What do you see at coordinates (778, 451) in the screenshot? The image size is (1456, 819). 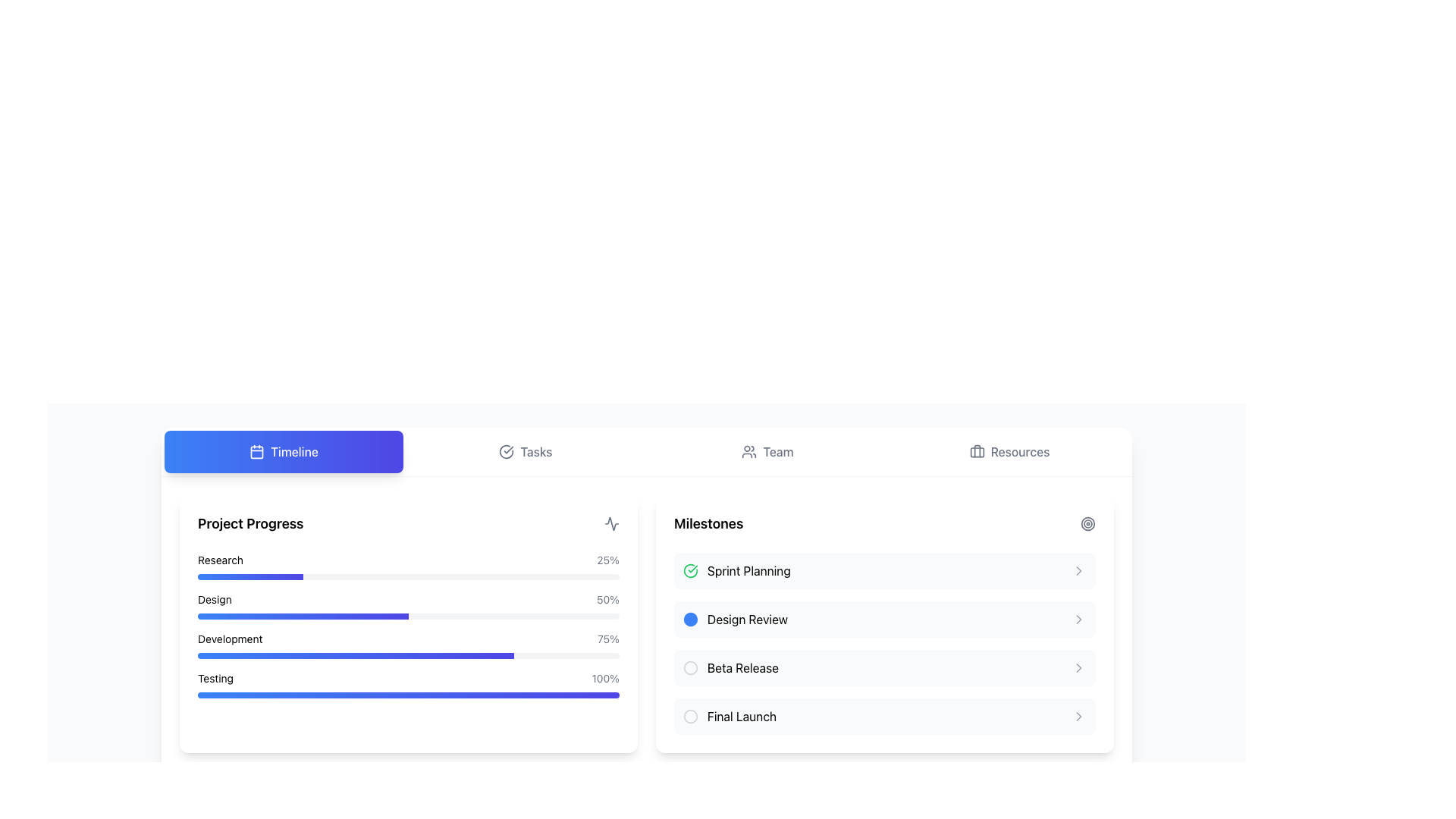 I see `the 'Team' text label in the horizontal navigation bar` at bounding box center [778, 451].